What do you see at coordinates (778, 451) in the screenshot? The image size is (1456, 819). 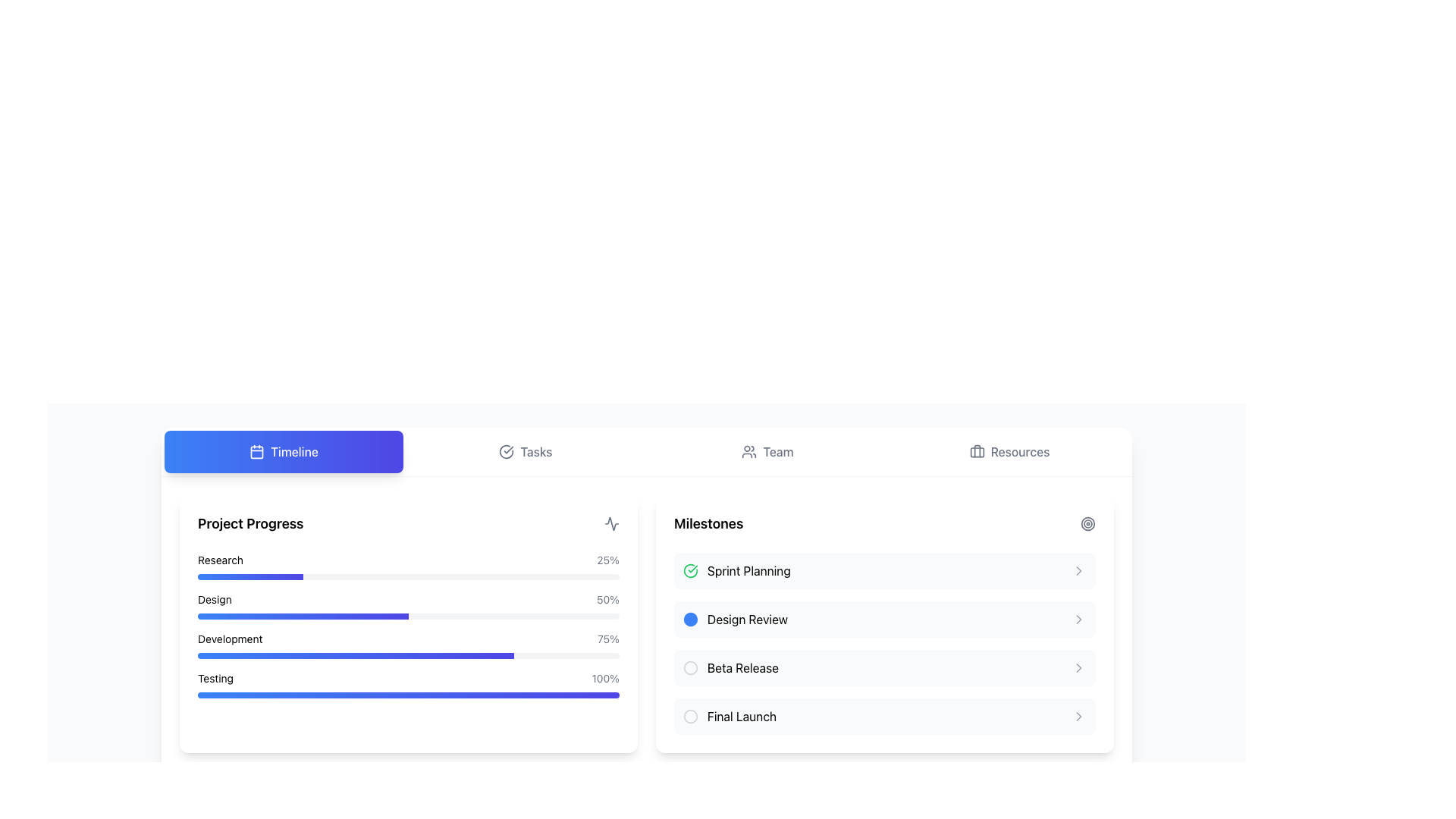 I see `the 'Team' text label in the horizontal navigation bar` at bounding box center [778, 451].